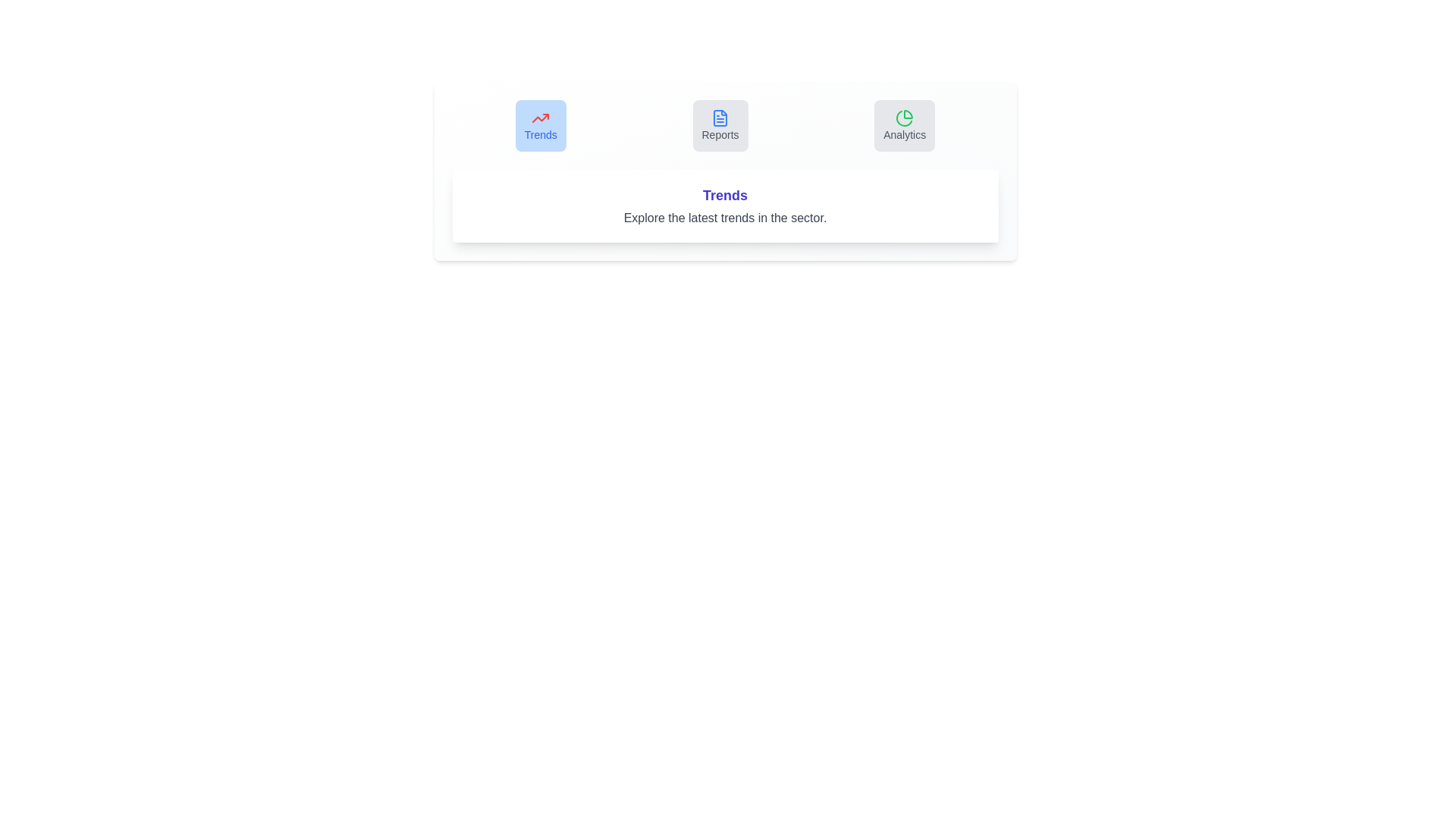 The image size is (1456, 819). Describe the element at coordinates (720, 124) in the screenshot. I see `the tab labeled Reports to activate it` at that location.